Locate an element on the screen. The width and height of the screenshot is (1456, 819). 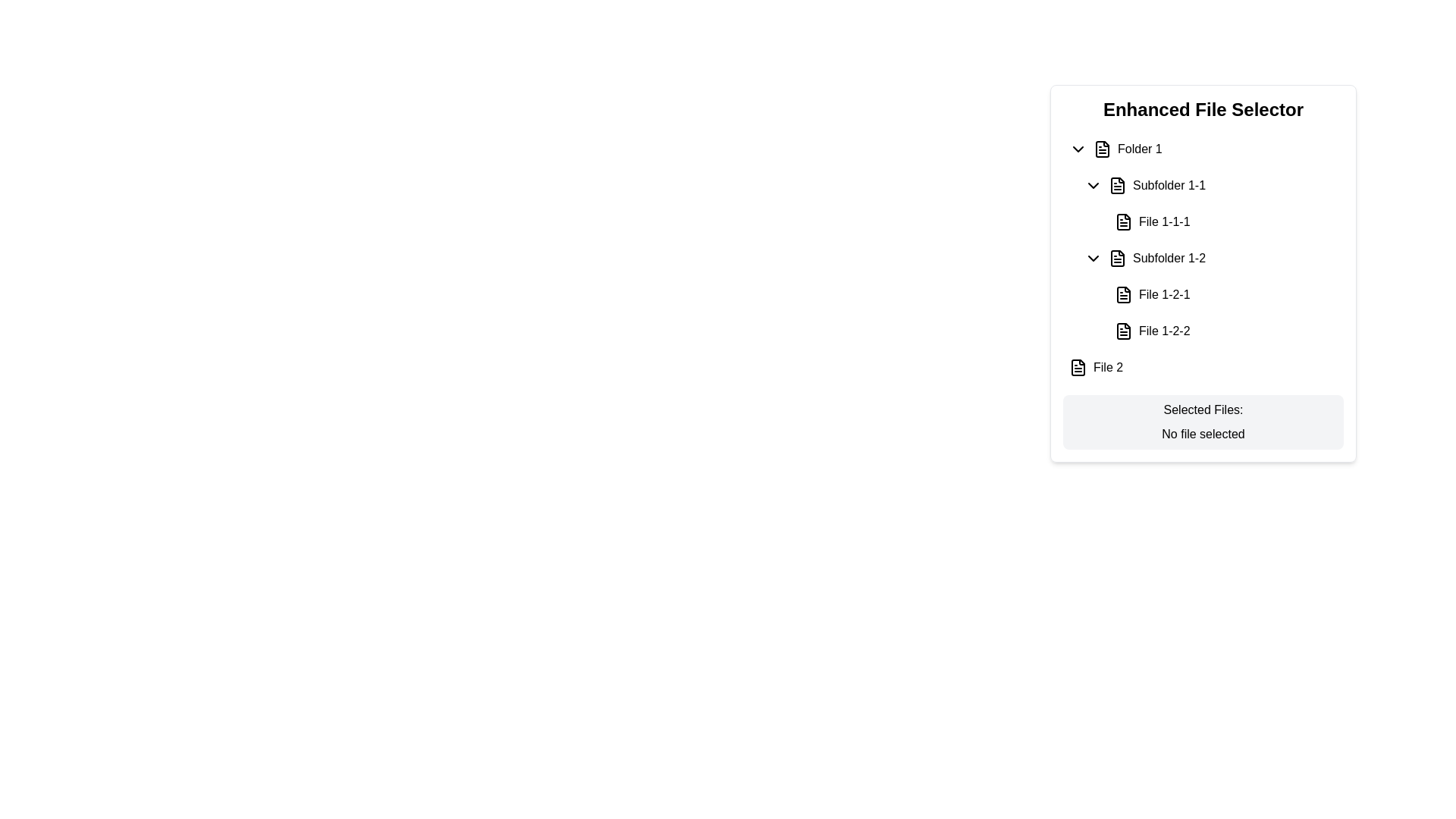
the selectable file entry located under 'Subfolder 1-2', which is positioned above 'File 1-2-2' in the file navigation interface is located at coordinates (1210, 295).